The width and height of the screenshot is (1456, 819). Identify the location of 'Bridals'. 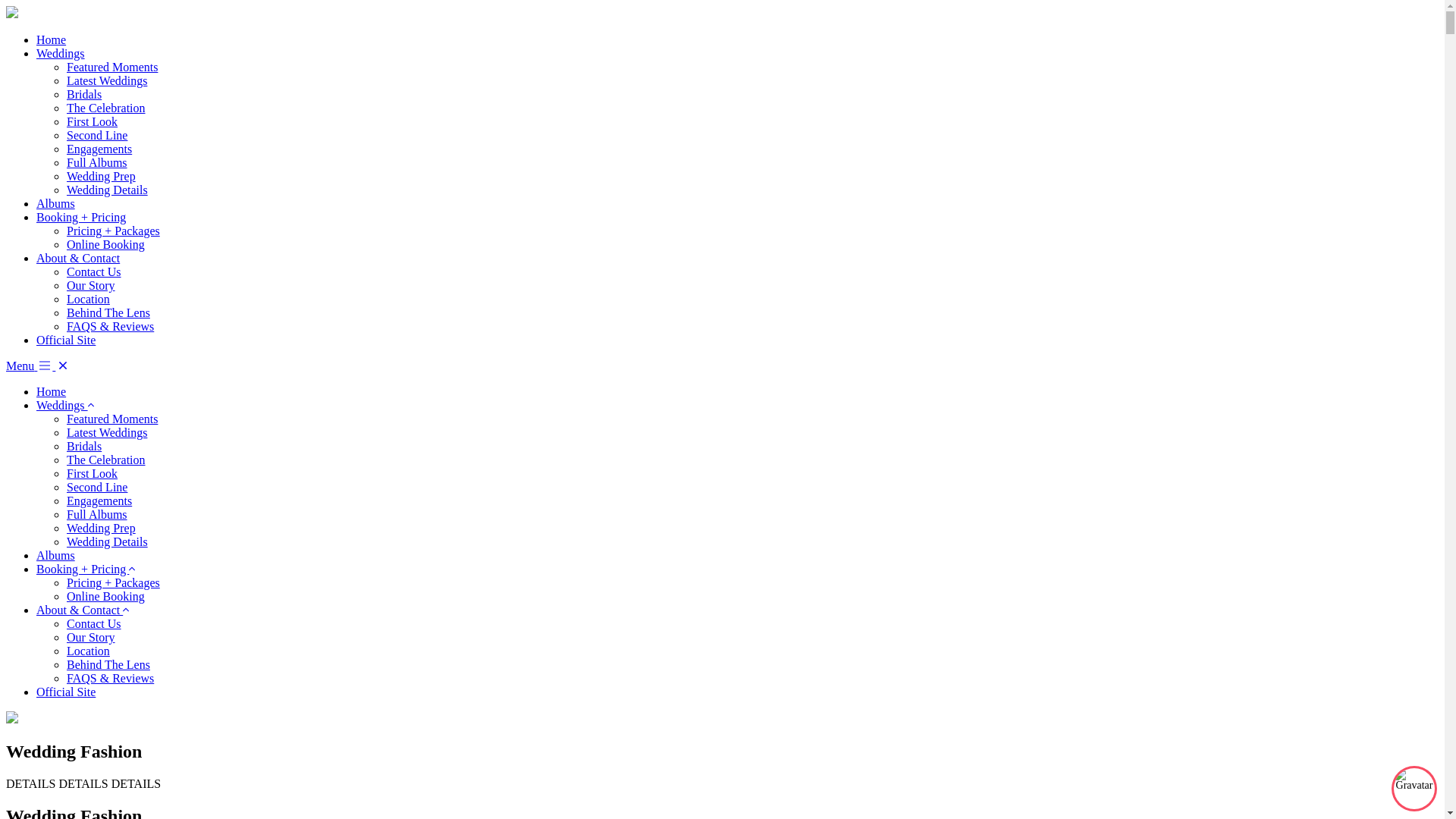
(83, 445).